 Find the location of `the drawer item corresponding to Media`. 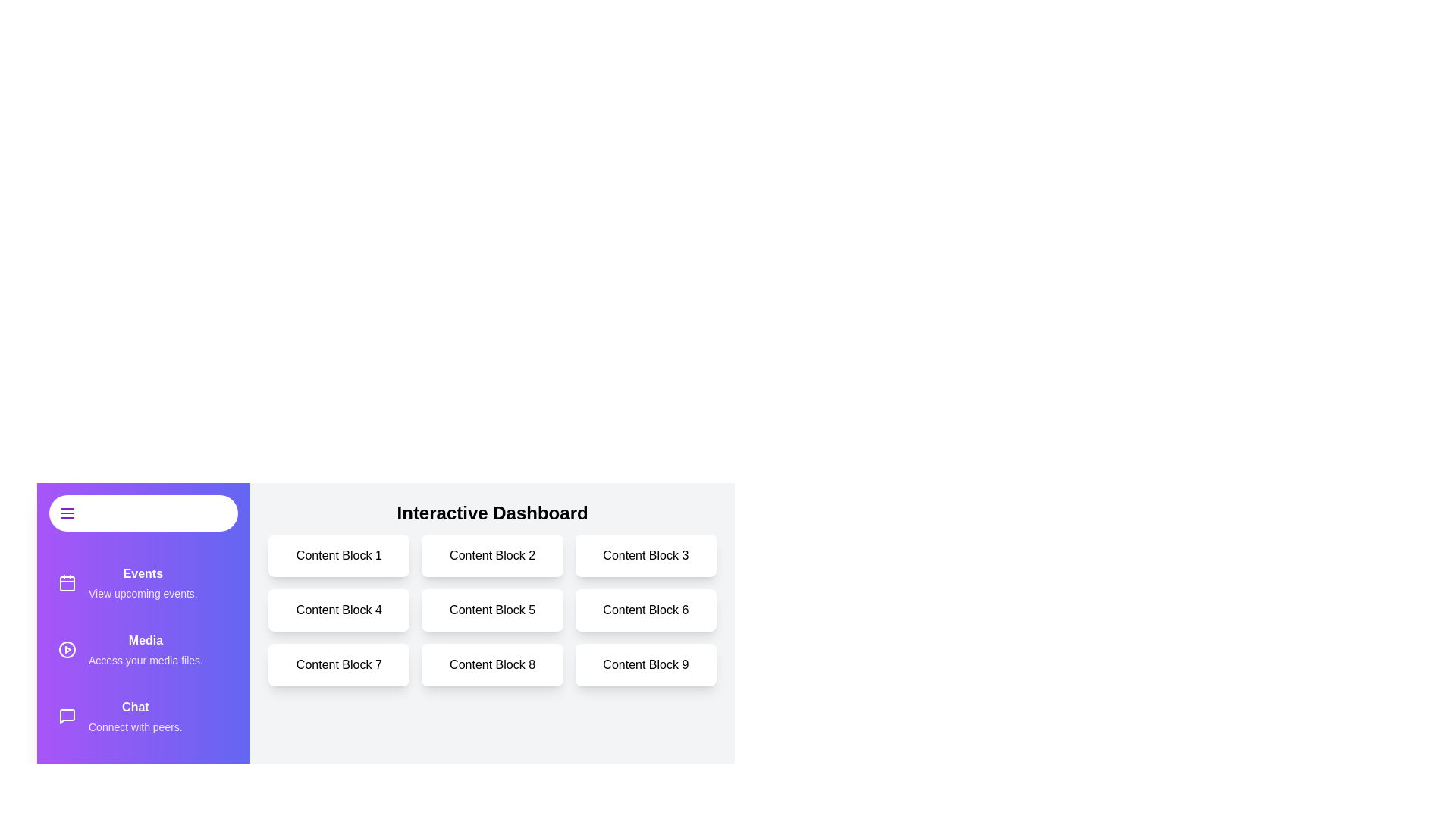

the drawer item corresponding to Media is located at coordinates (143, 648).